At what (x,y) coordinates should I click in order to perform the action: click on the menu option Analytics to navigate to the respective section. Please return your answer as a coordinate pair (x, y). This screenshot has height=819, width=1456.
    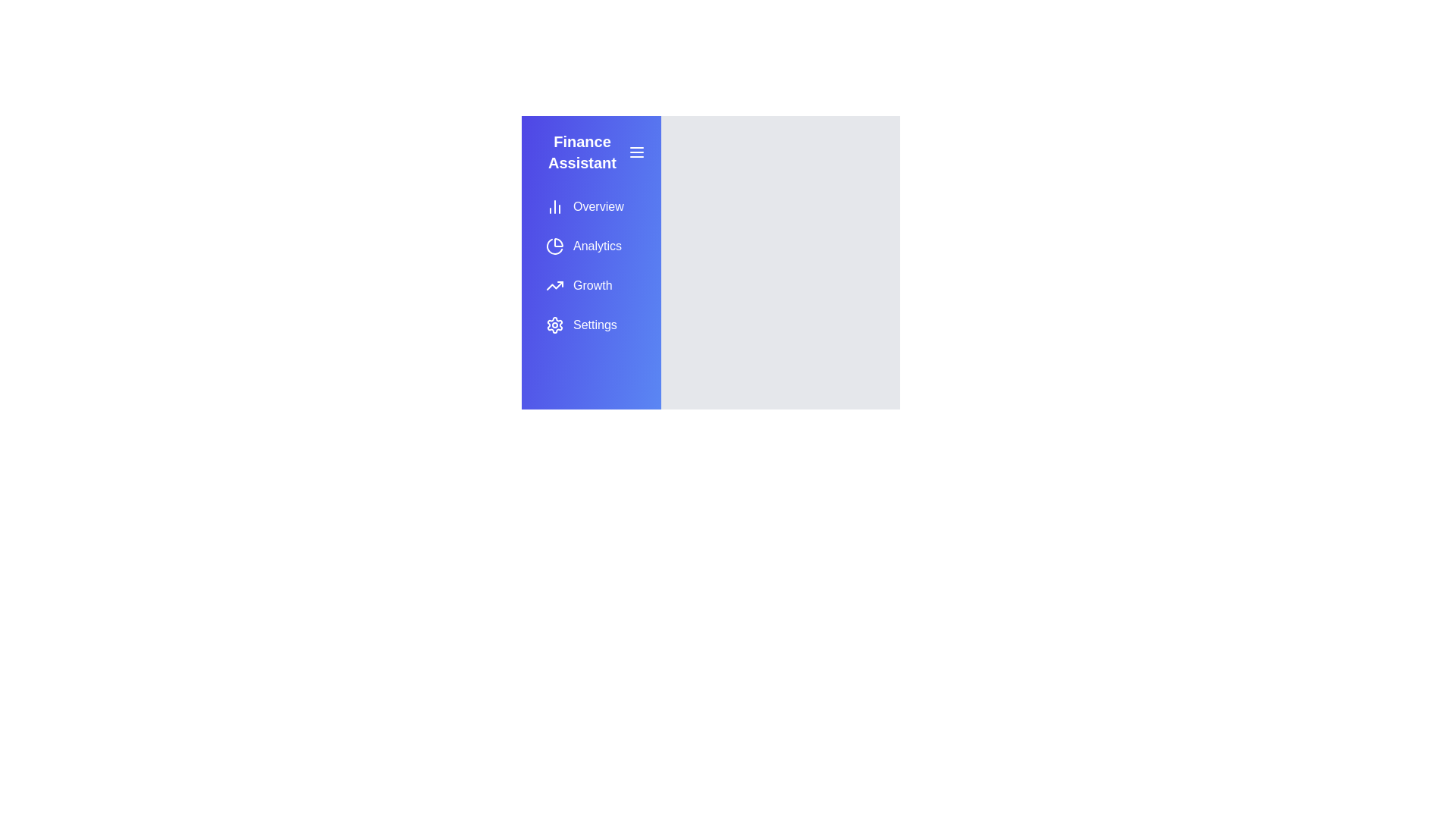
    Looking at the image, I should click on (590, 245).